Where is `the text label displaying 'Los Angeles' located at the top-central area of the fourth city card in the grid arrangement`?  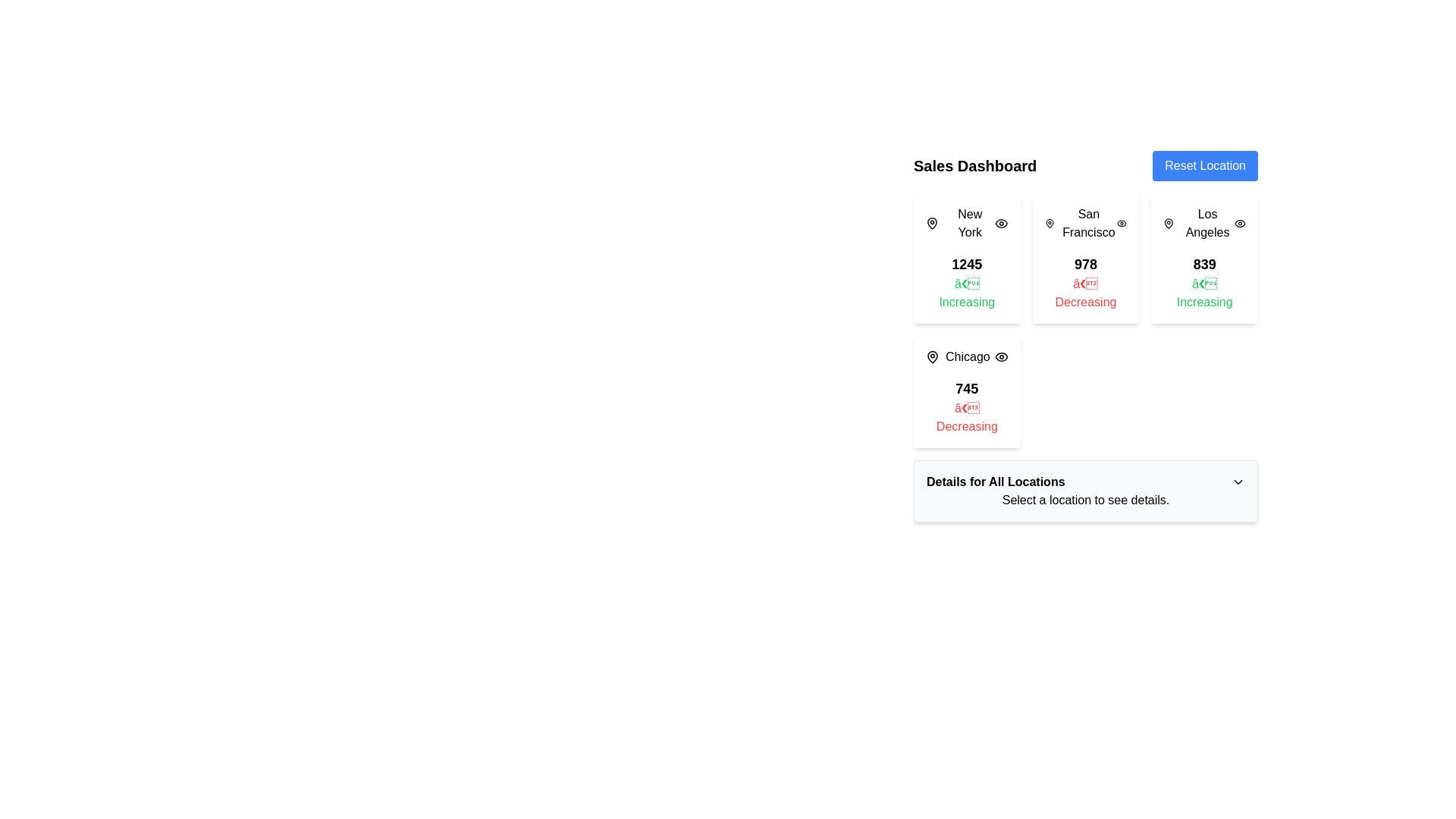 the text label displaying 'Los Angeles' located at the top-central area of the fourth city card in the grid arrangement is located at coordinates (1207, 223).